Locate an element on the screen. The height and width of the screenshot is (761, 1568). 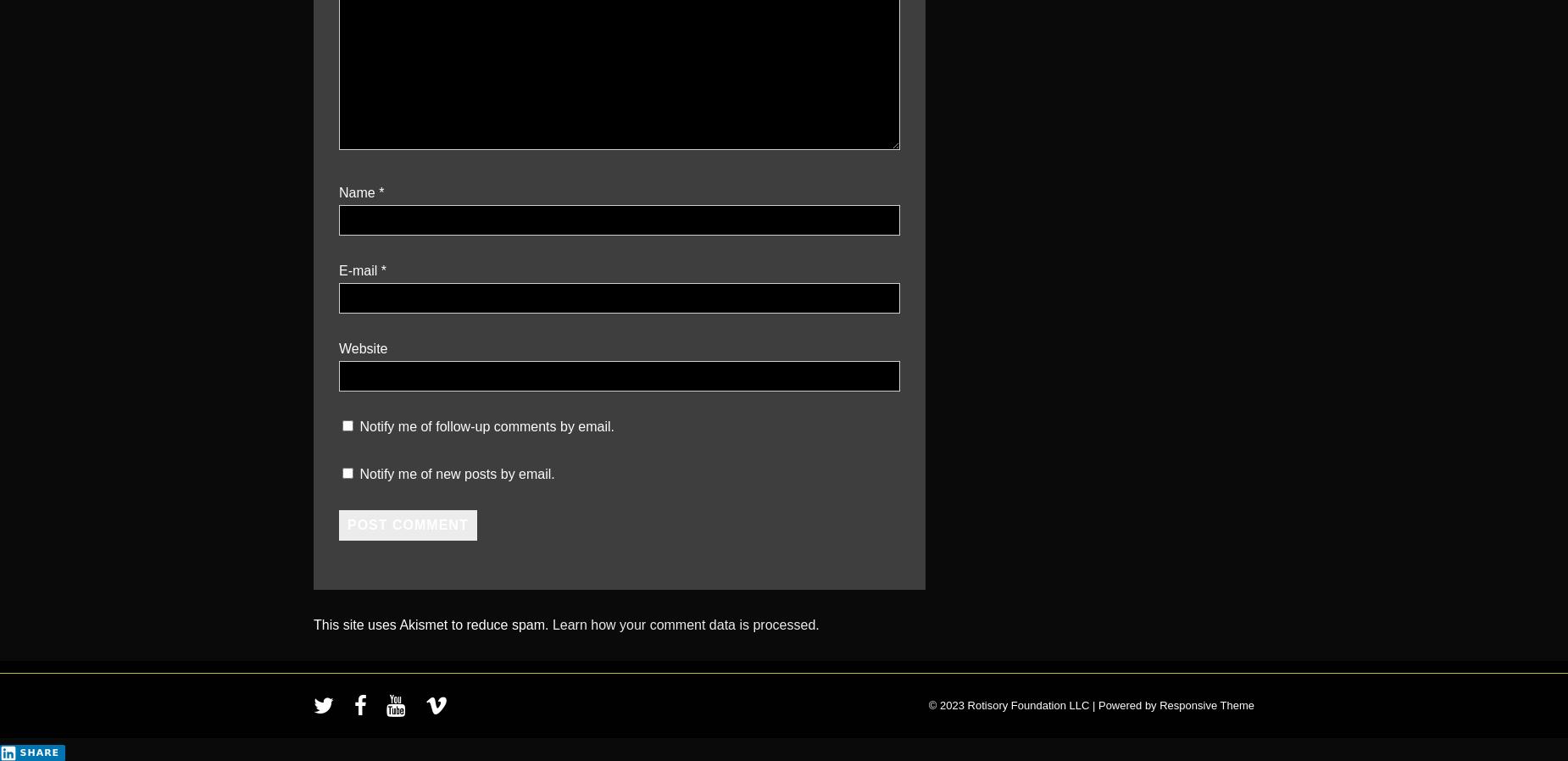
'Responsive Theme' is located at coordinates (1206, 705).